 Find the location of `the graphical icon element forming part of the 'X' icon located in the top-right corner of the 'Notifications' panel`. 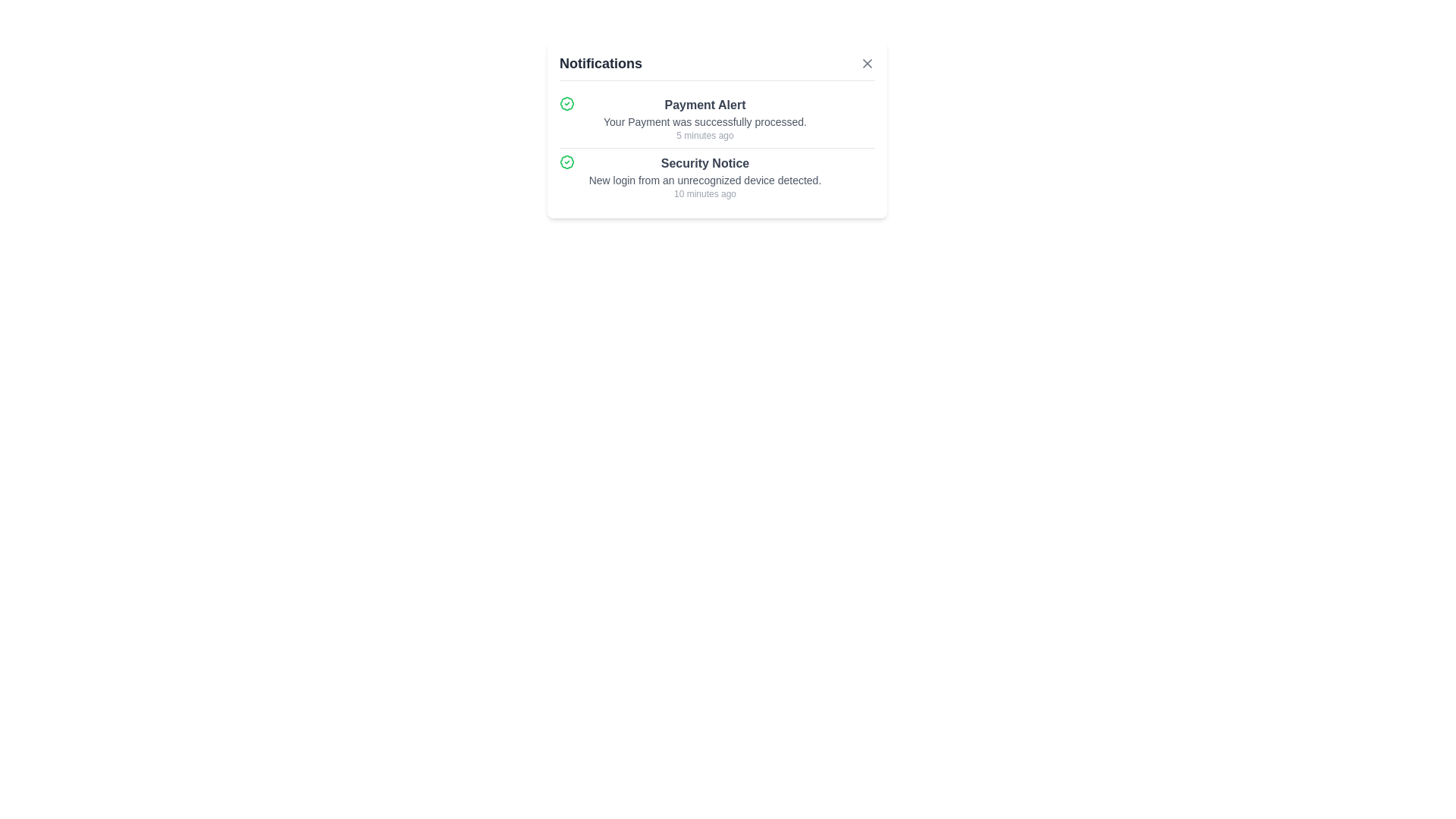

the graphical icon element forming part of the 'X' icon located in the top-right corner of the 'Notifications' panel is located at coordinates (867, 63).